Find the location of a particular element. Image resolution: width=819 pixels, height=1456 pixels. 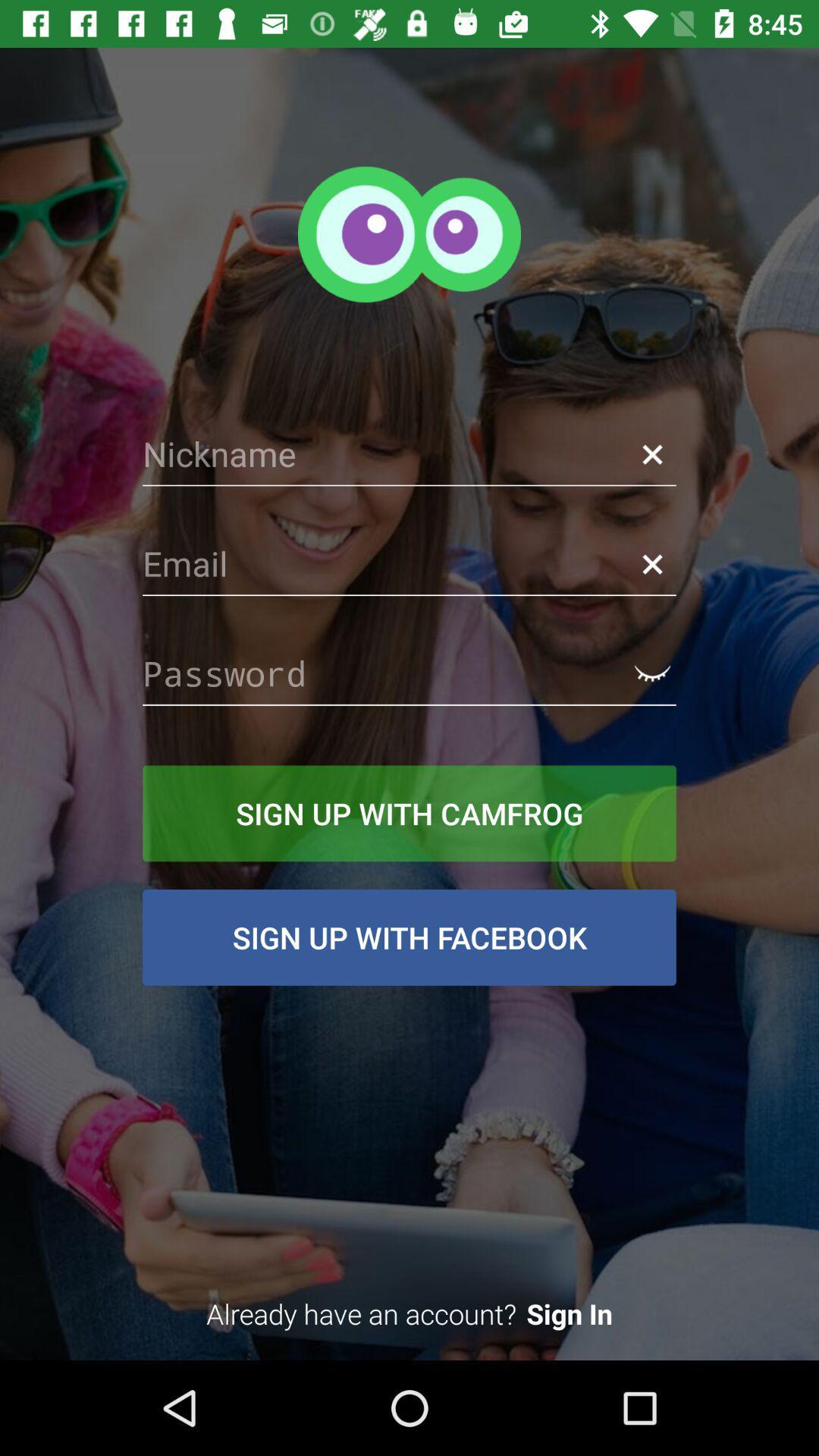

the close icon is located at coordinates (651, 563).